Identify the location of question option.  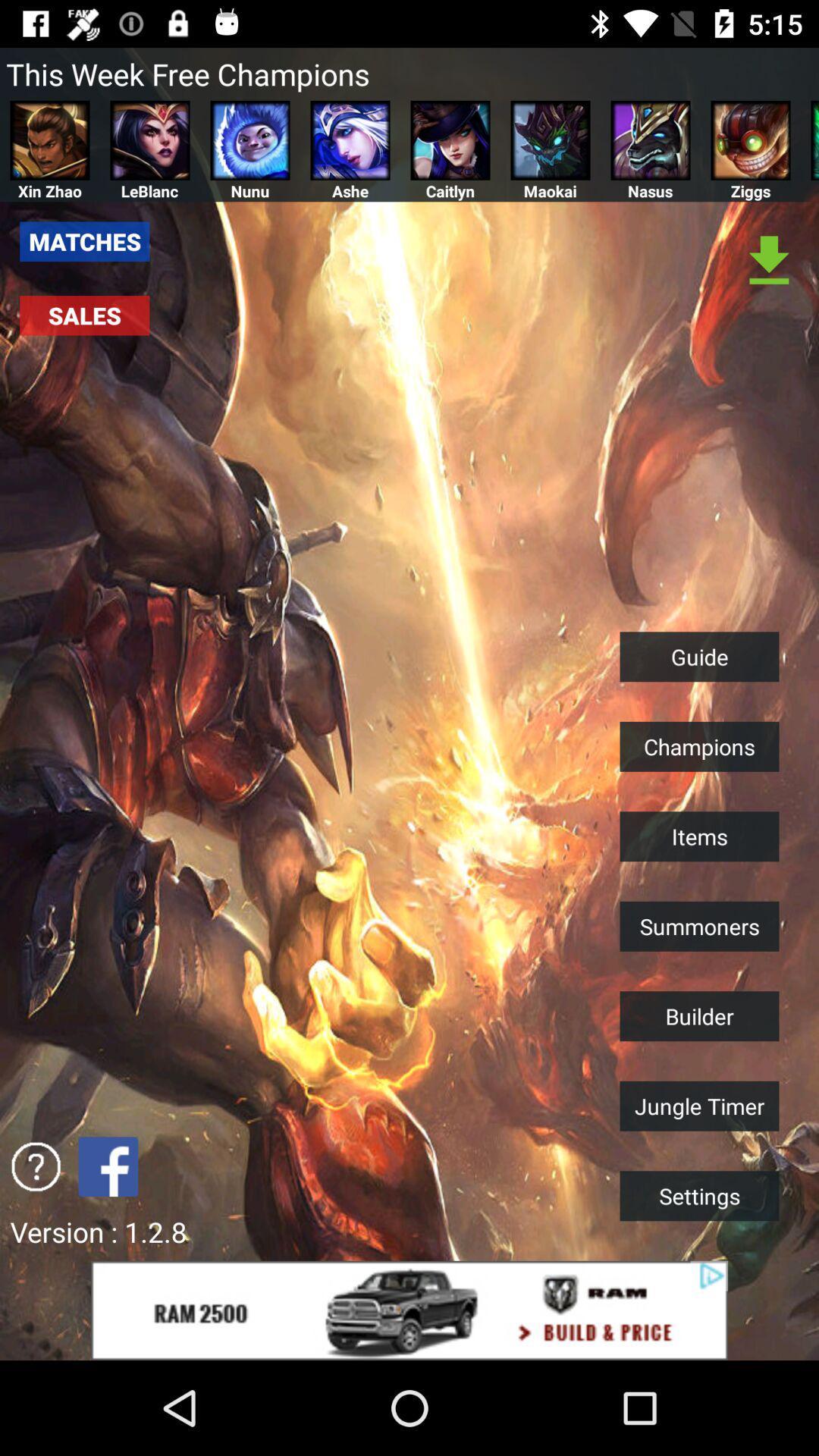
(35, 1166).